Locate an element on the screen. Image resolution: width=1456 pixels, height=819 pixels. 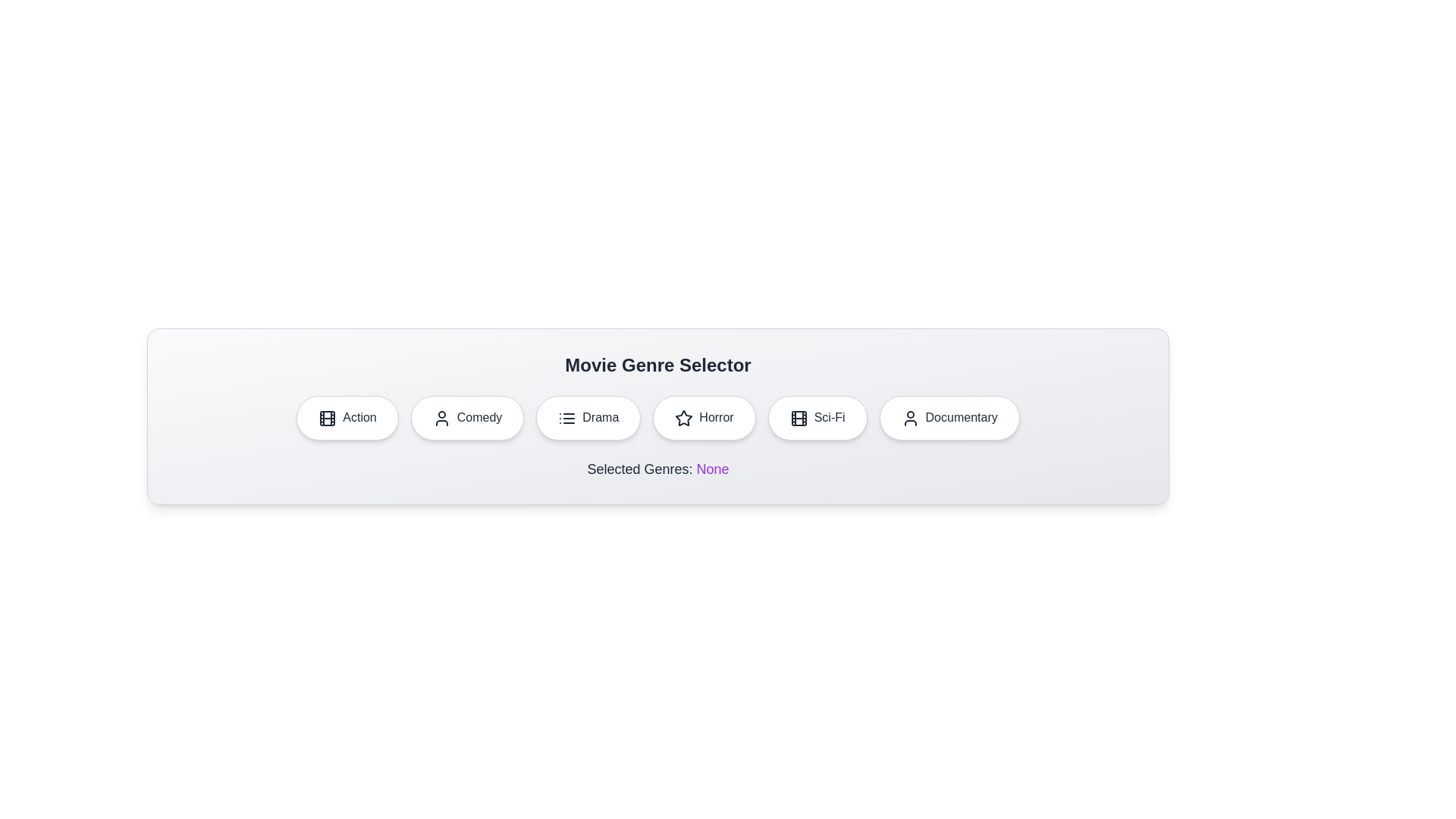
the genre represented is located at coordinates (441, 418).